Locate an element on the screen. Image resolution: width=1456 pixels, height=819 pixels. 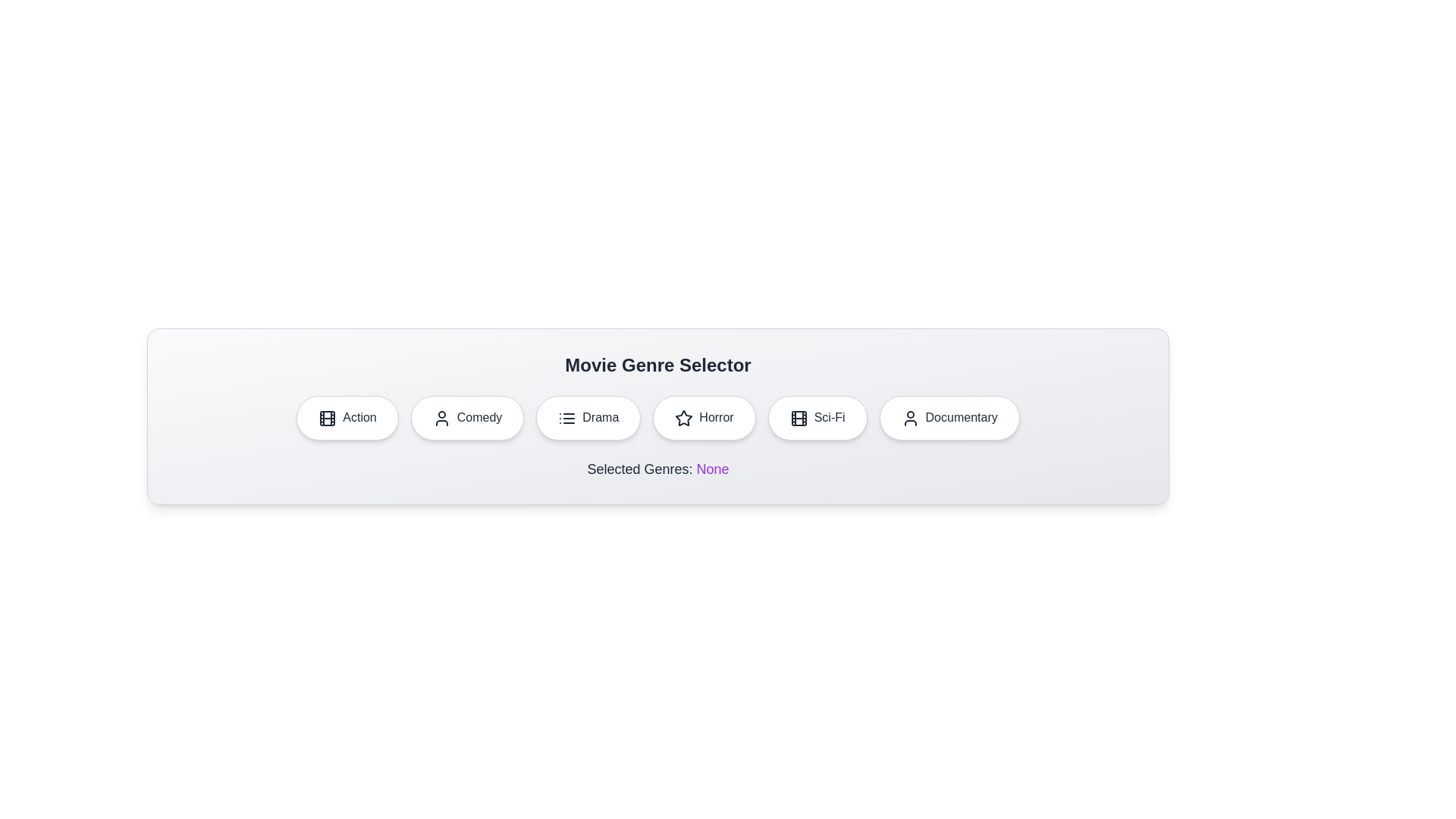
the genre represented is located at coordinates (441, 418).